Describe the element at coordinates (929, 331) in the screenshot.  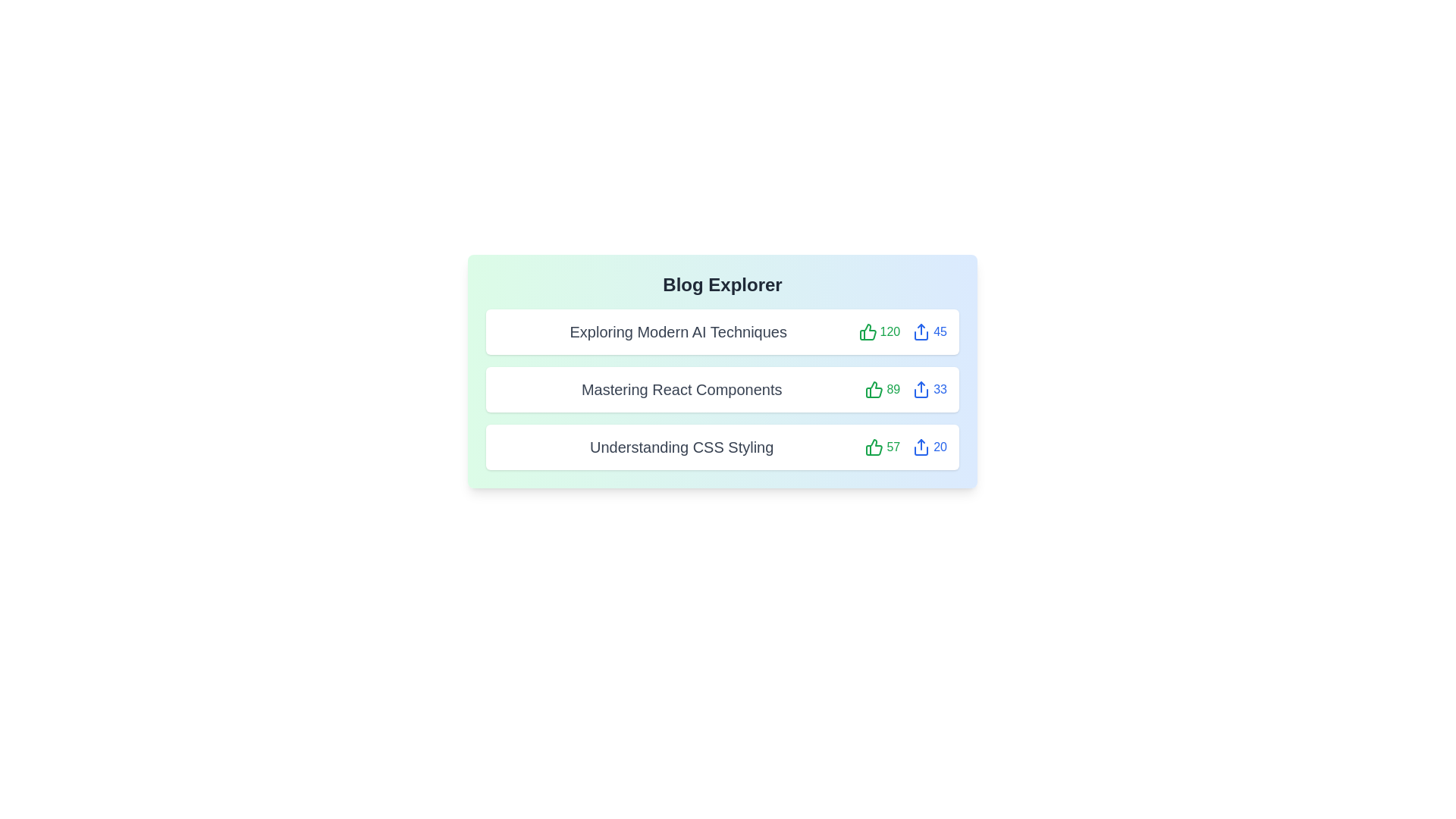
I see `the share button for the blog post titled 'Exploring Modern AI Techniques'` at that location.